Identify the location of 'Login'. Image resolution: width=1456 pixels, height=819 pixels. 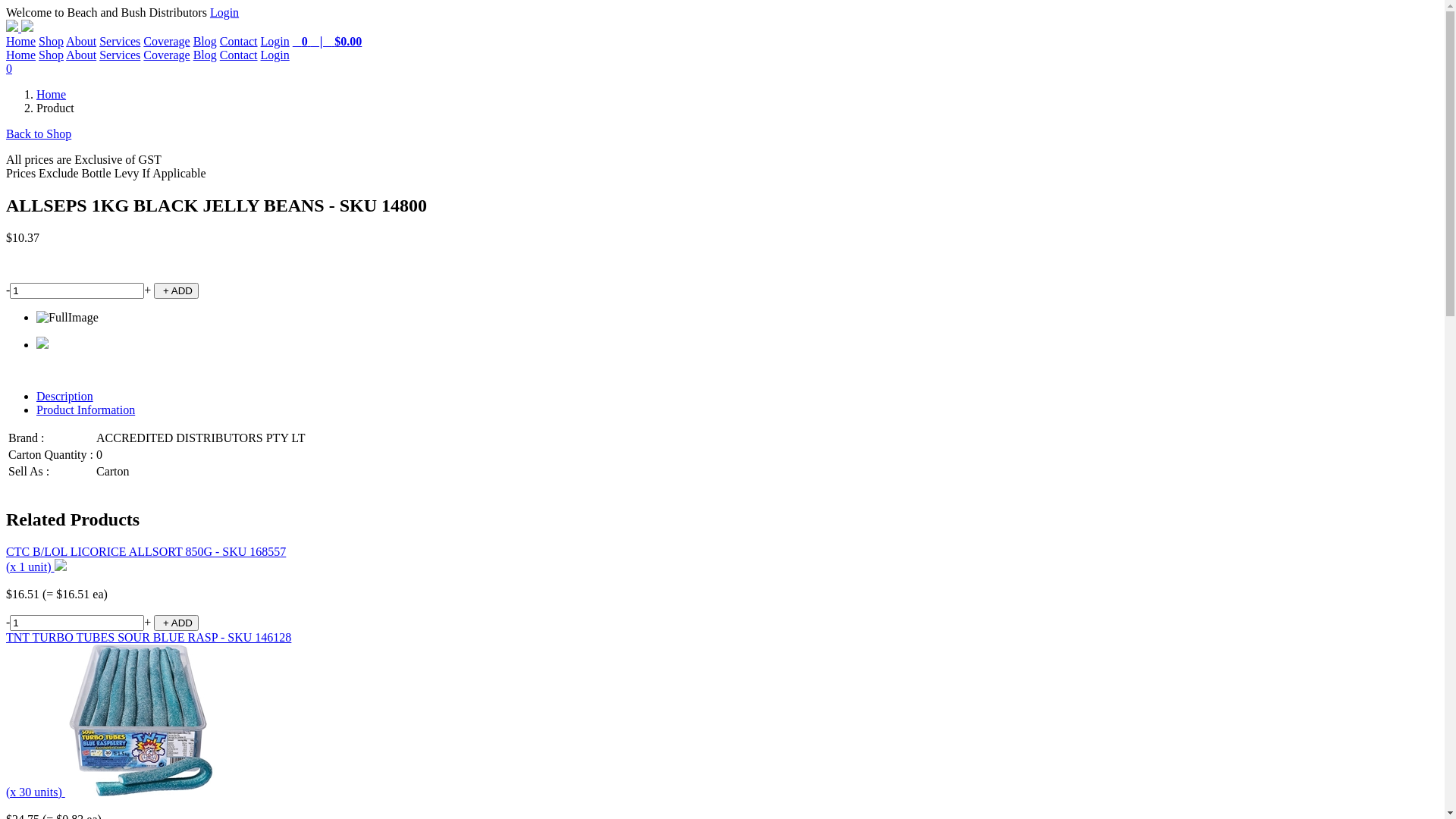
(275, 40).